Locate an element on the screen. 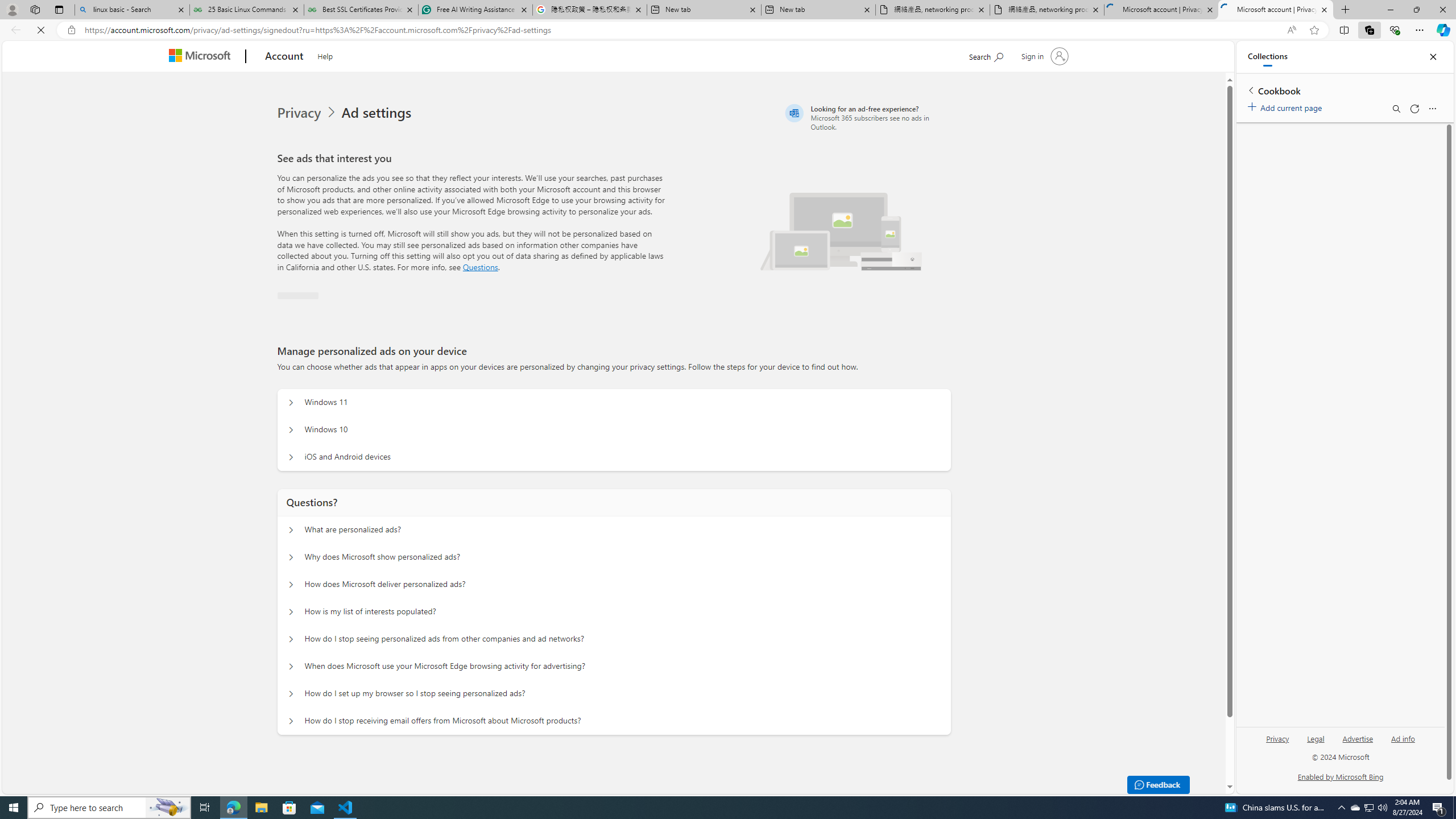 This screenshot has height=819, width=1456. 'Account' is located at coordinates (283, 56).